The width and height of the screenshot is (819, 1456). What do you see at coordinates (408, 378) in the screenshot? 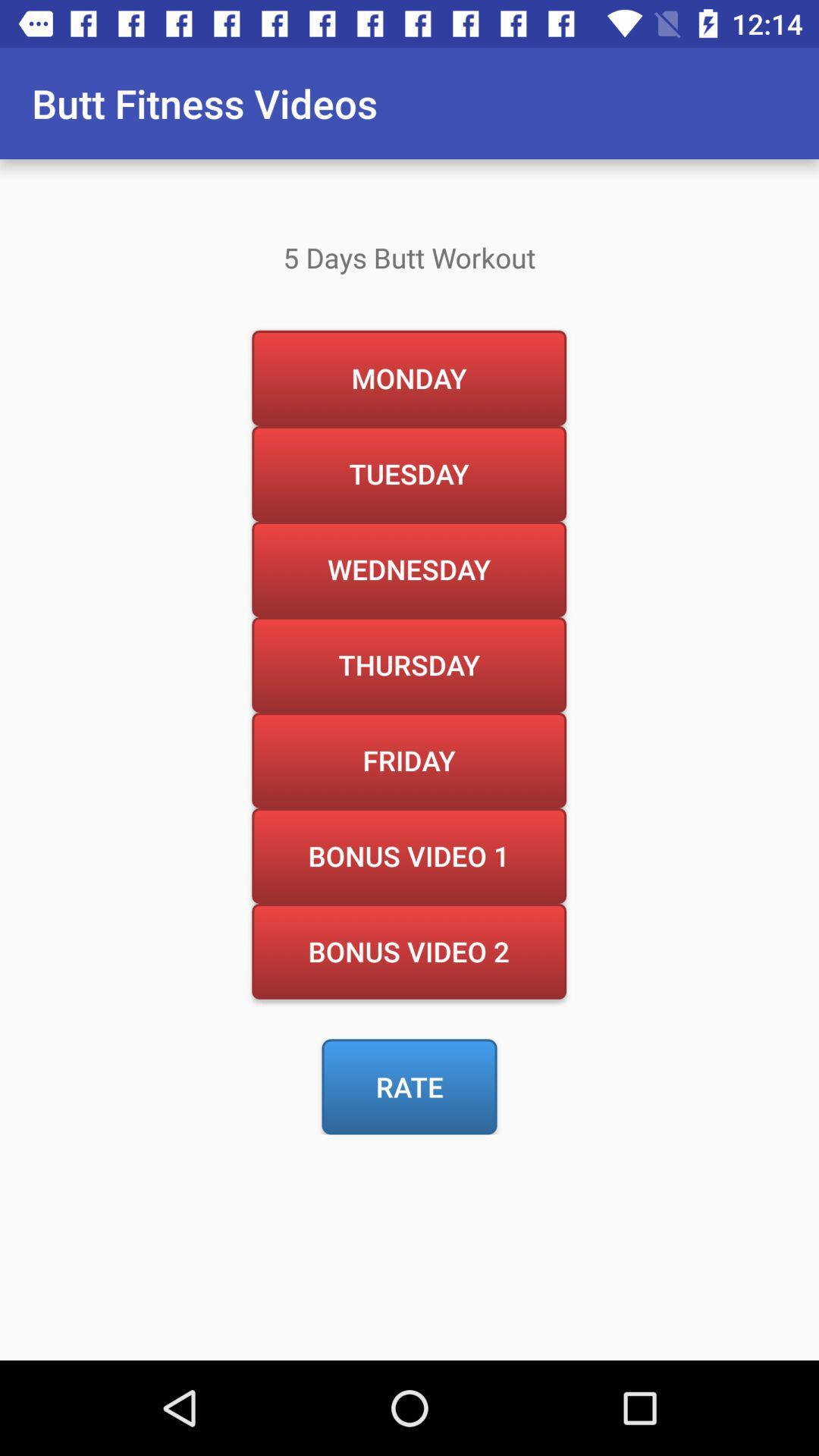
I see `the item above the tuesday icon` at bounding box center [408, 378].